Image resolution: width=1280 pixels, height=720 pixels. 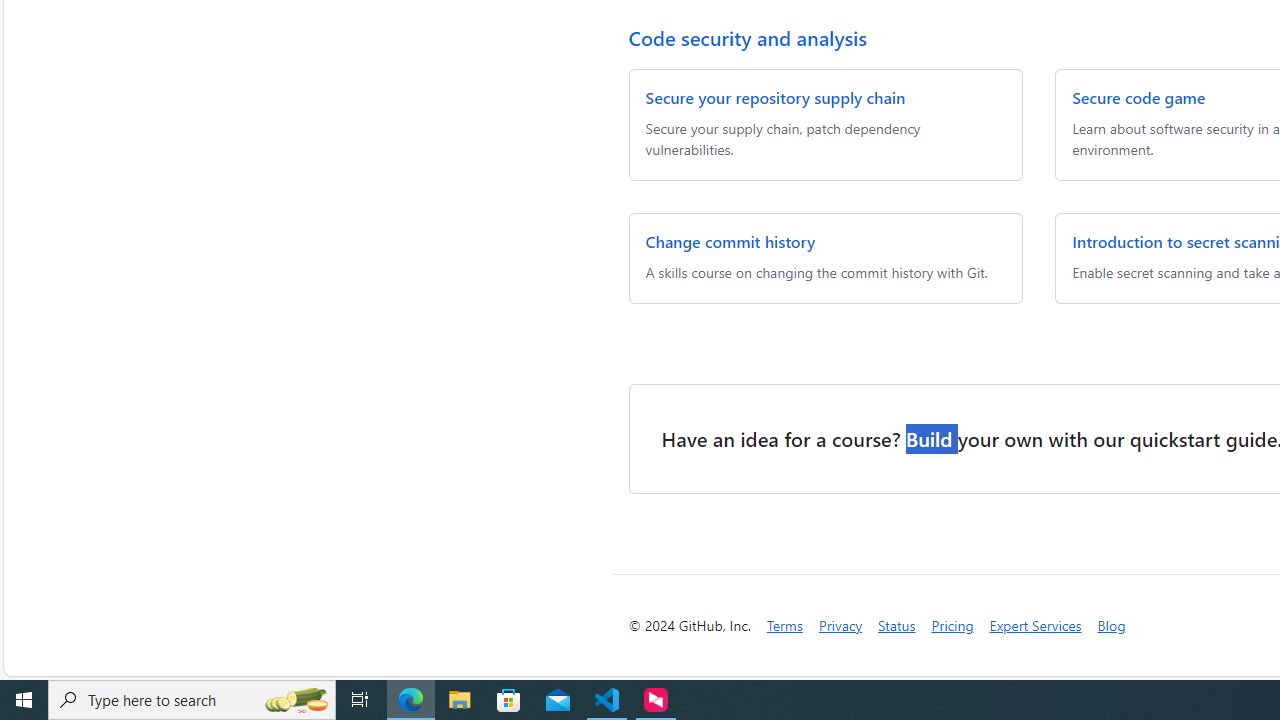 I want to click on 'Change commit history', so click(x=729, y=240).